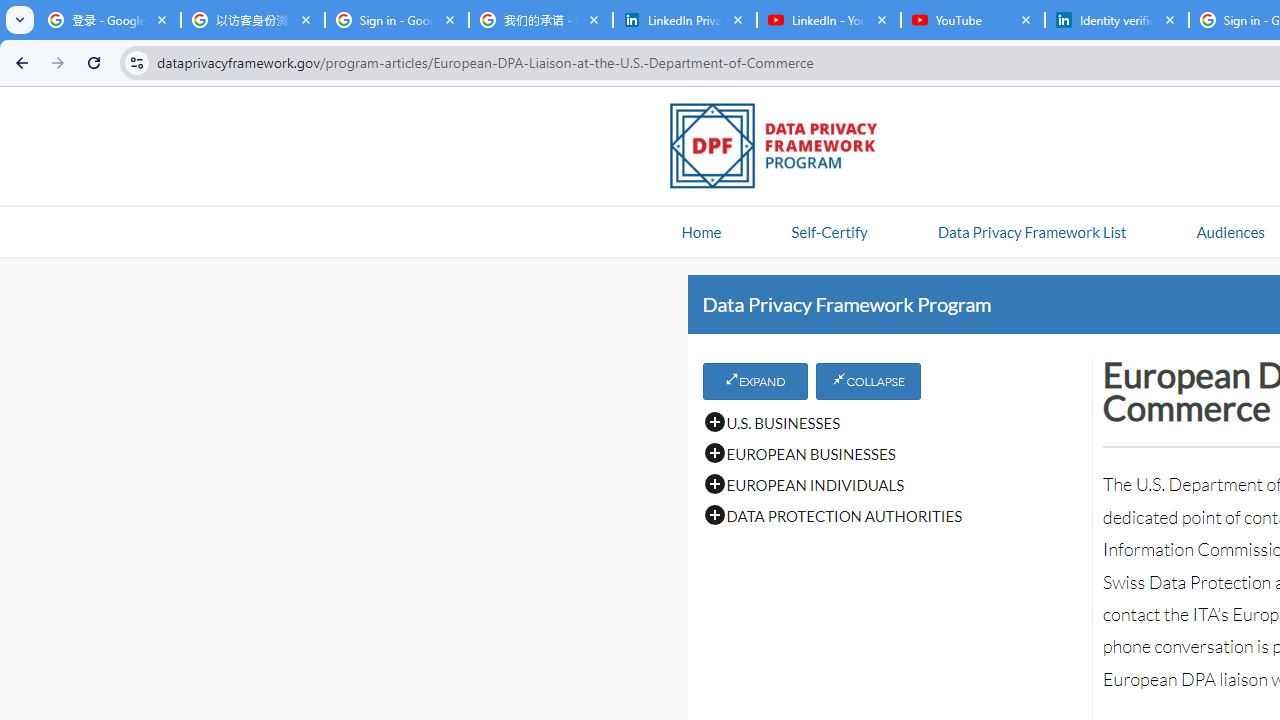 The height and width of the screenshot is (720, 1280). I want to click on 'LinkedIn Privacy Policy', so click(684, 20).